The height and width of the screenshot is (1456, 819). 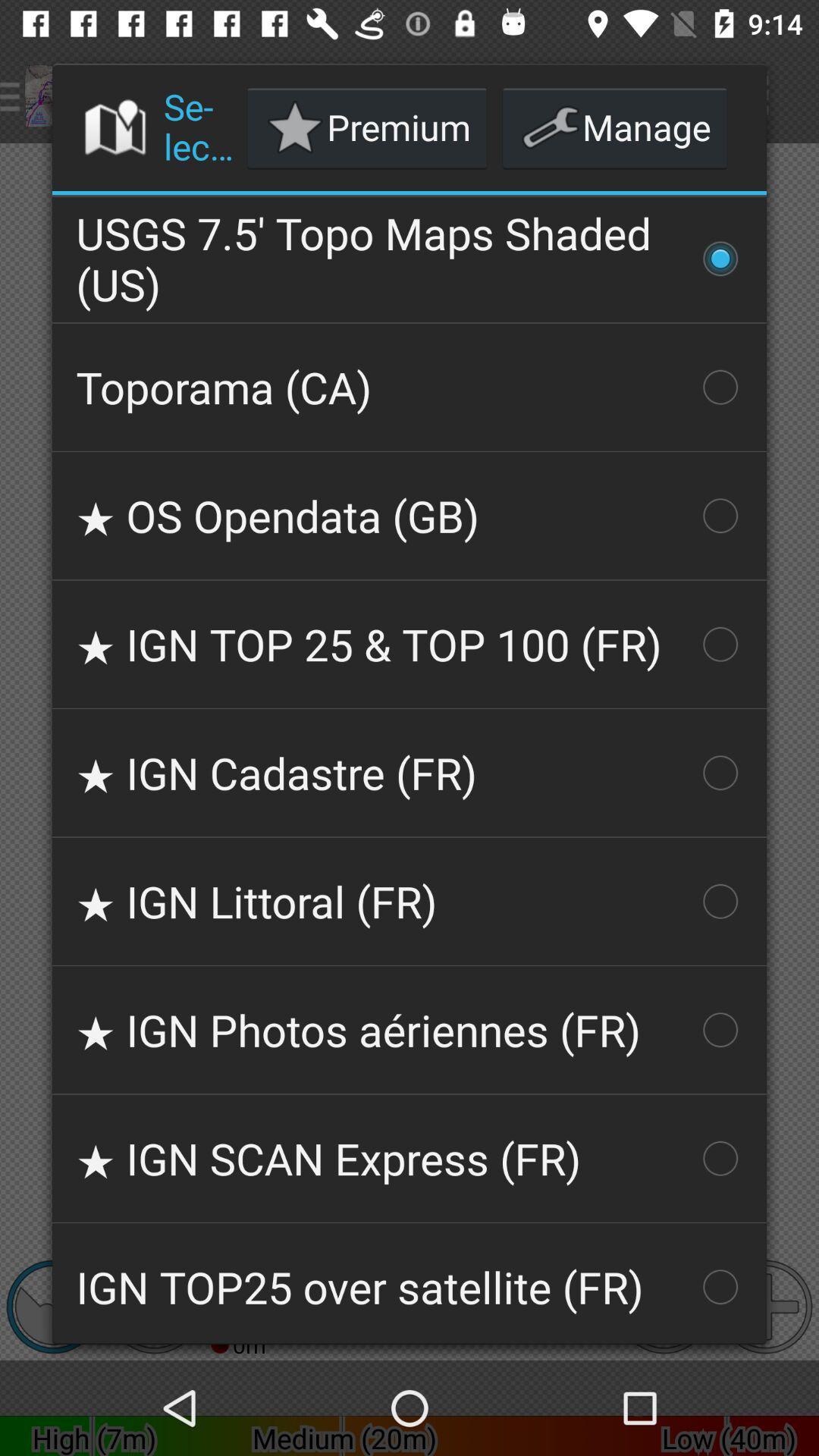 I want to click on premium icon, so click(x=367, y=127).